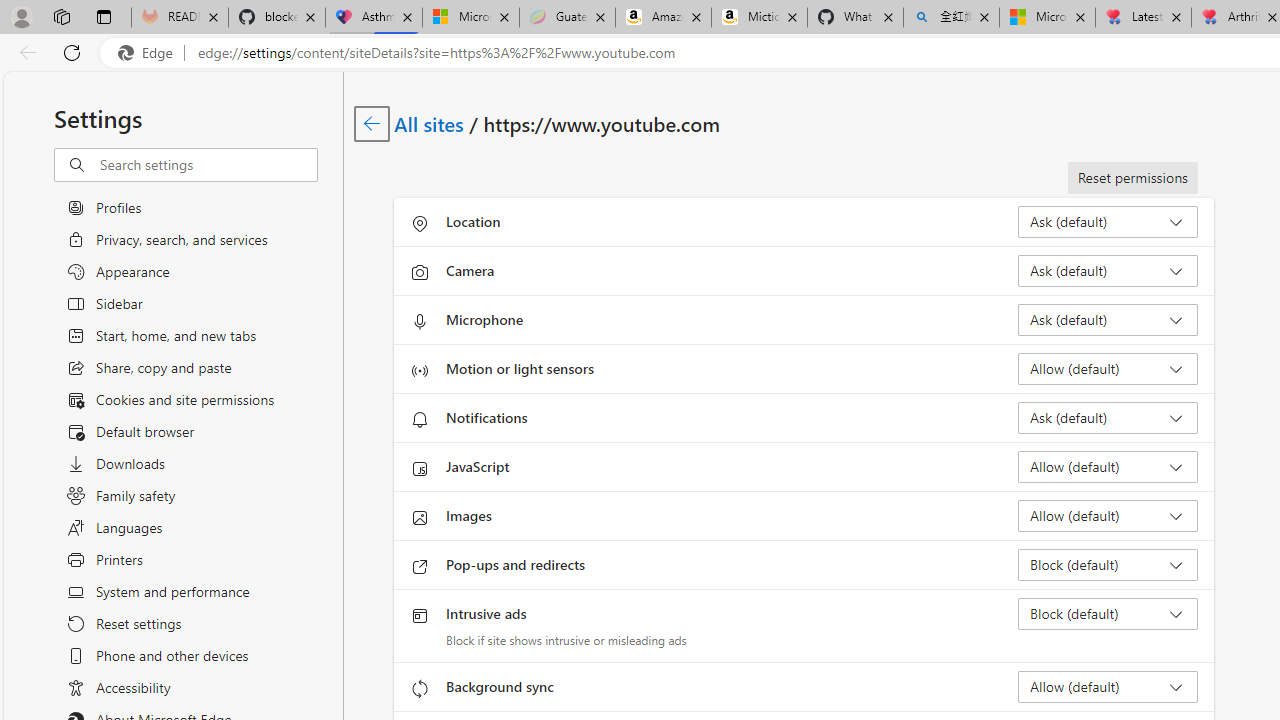 This screenshot has height=720, width=1280. I want to click on 'Location Ask (default)', so click(1106, 222).